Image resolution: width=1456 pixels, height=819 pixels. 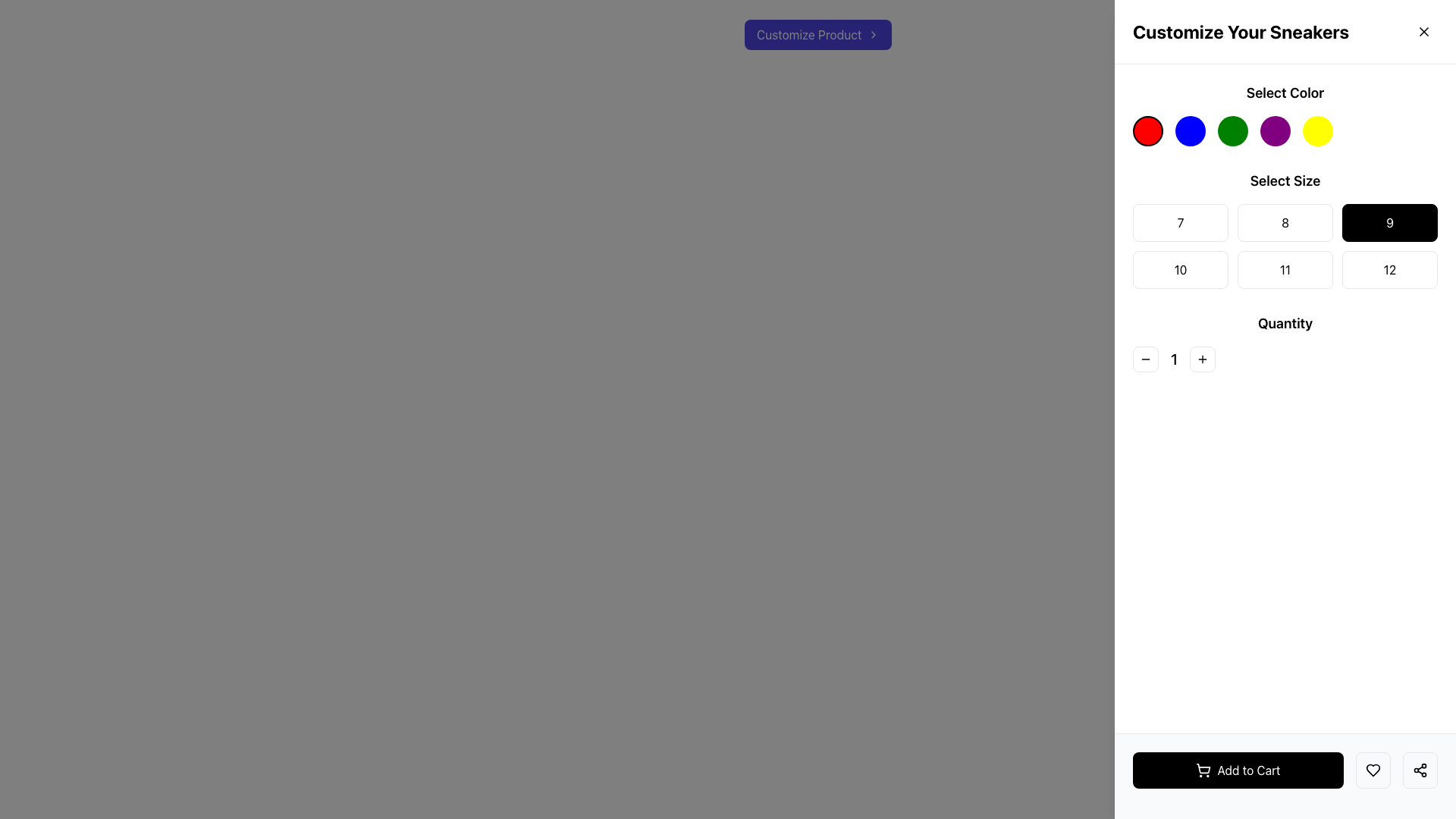 What do you see at coordinates (1146, 359) in the screenshot?
I see `the first button in the quantity selection section to decrease the quantity displayed in the adjacent input field` at bounding box center [1146, 359].